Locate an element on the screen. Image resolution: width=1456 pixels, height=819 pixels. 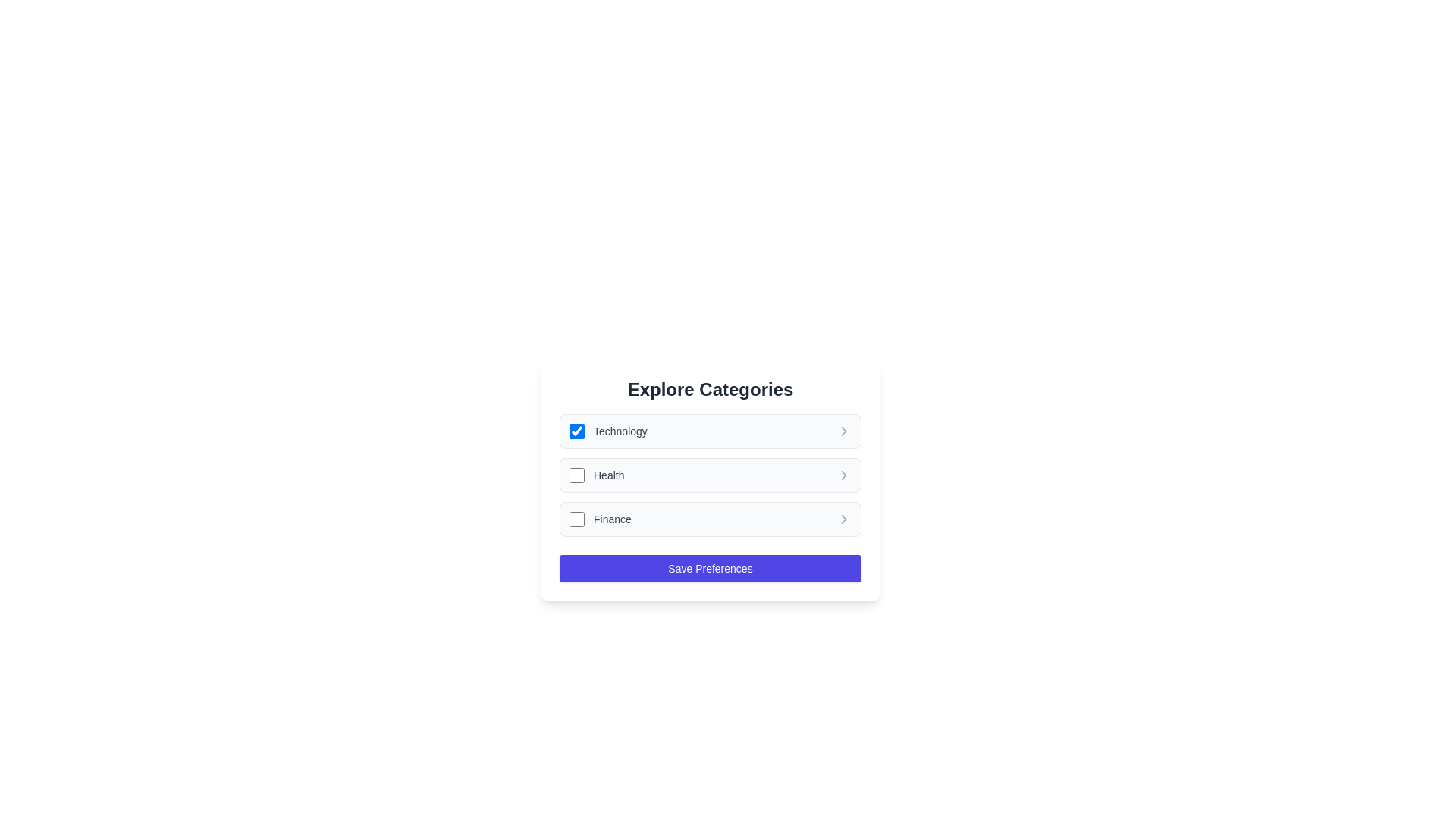
the 'Save Preferences' button is located at coordinates (709, 568).